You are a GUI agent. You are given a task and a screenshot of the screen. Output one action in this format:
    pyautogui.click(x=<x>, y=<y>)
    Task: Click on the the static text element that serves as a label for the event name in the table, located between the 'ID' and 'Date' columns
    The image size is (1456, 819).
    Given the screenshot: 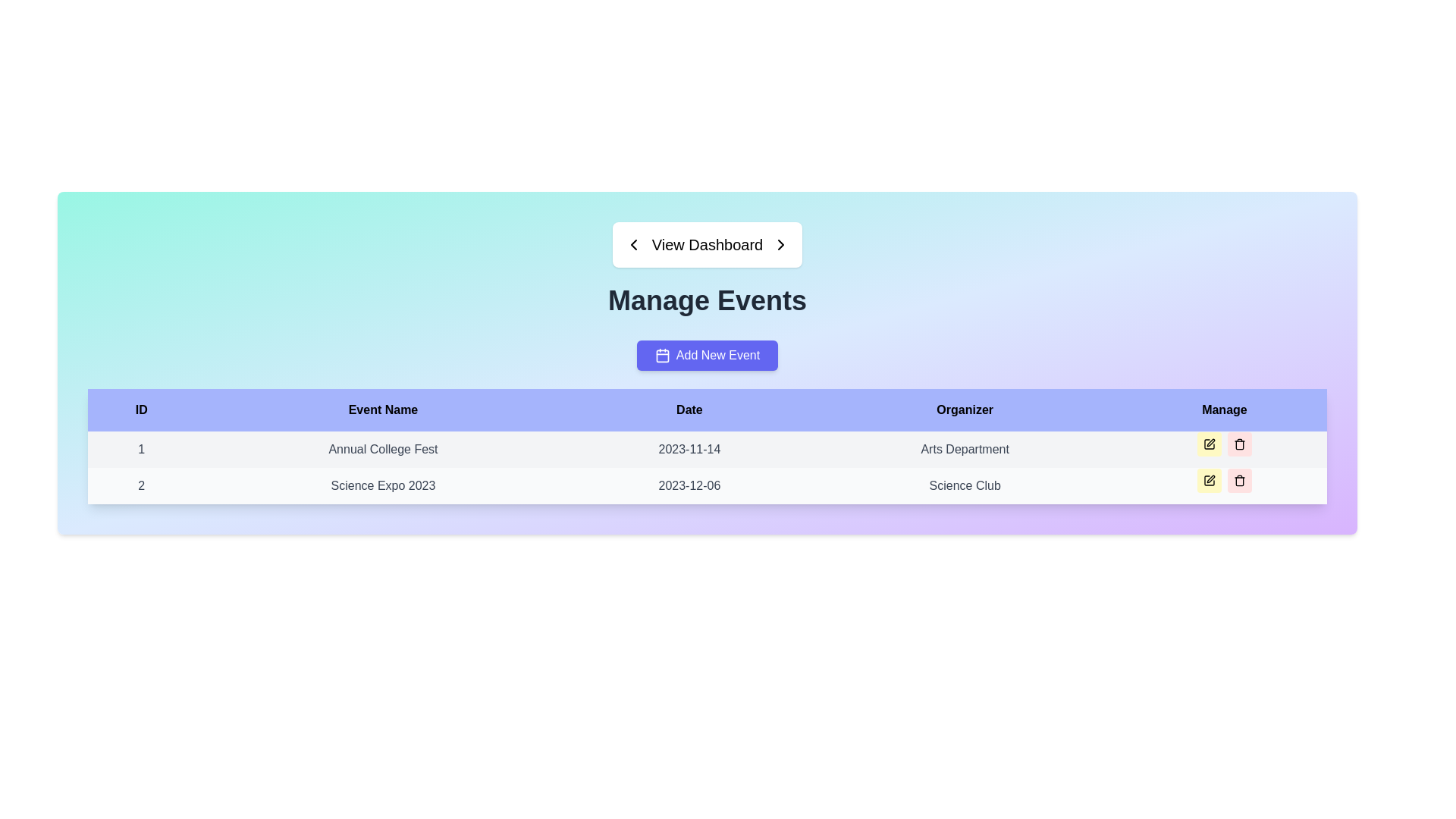 What is the action you would take?
    pyautogui.click(x=383, y=449)
    